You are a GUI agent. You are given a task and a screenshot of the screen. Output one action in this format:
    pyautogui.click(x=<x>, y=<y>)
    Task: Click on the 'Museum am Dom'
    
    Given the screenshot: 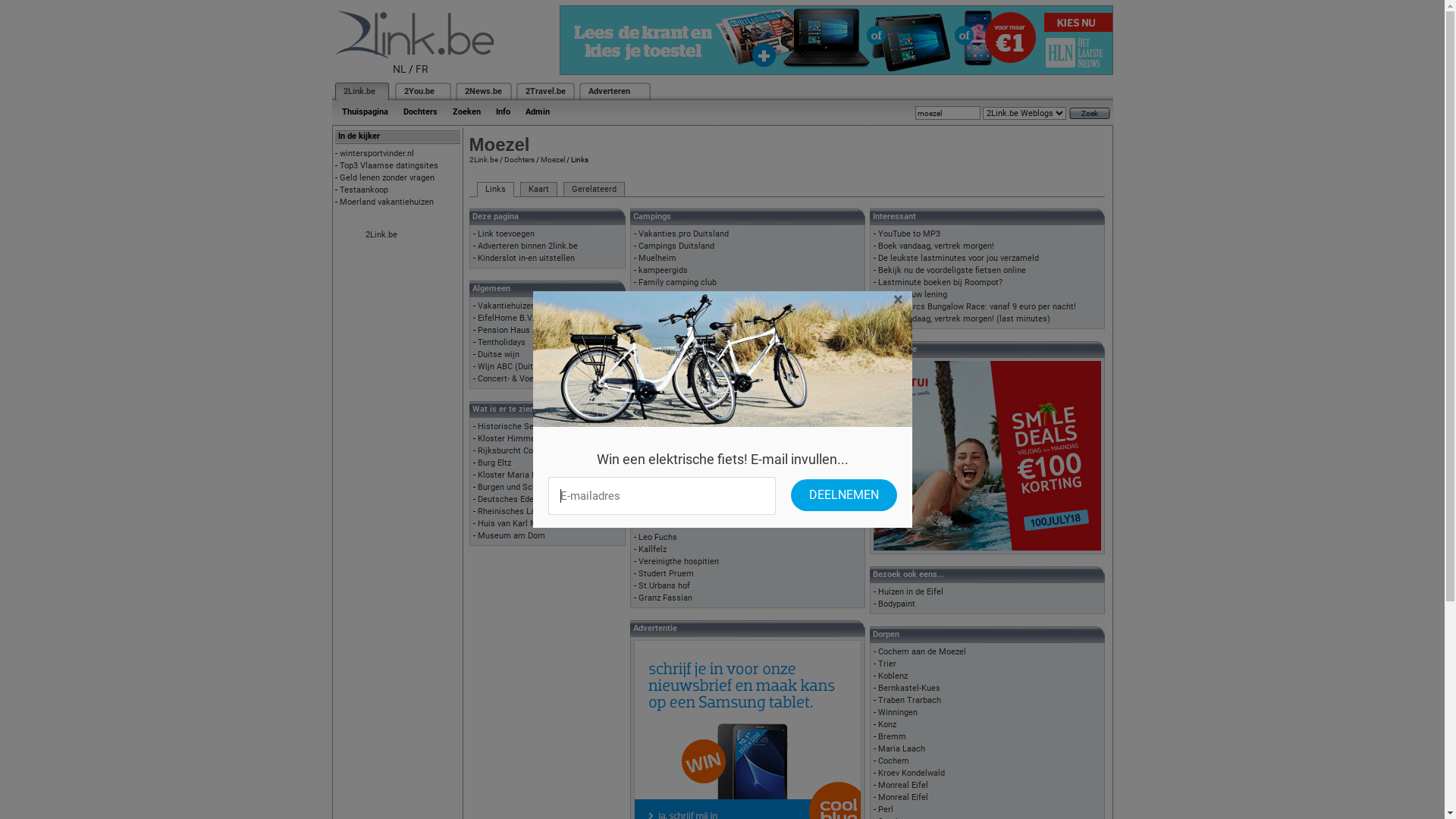 What is the action you would take?
    pyautogui.click(x=511, y=535)
    